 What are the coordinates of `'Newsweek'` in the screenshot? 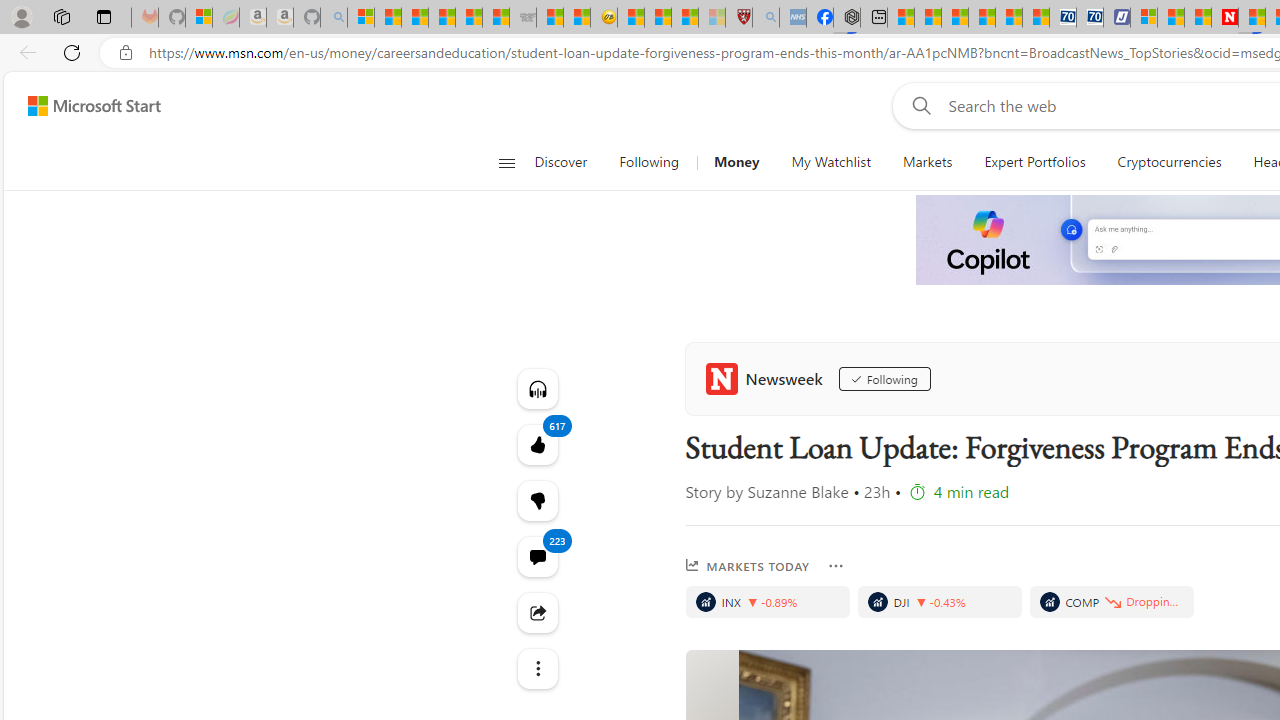 It's located at (767, 379).